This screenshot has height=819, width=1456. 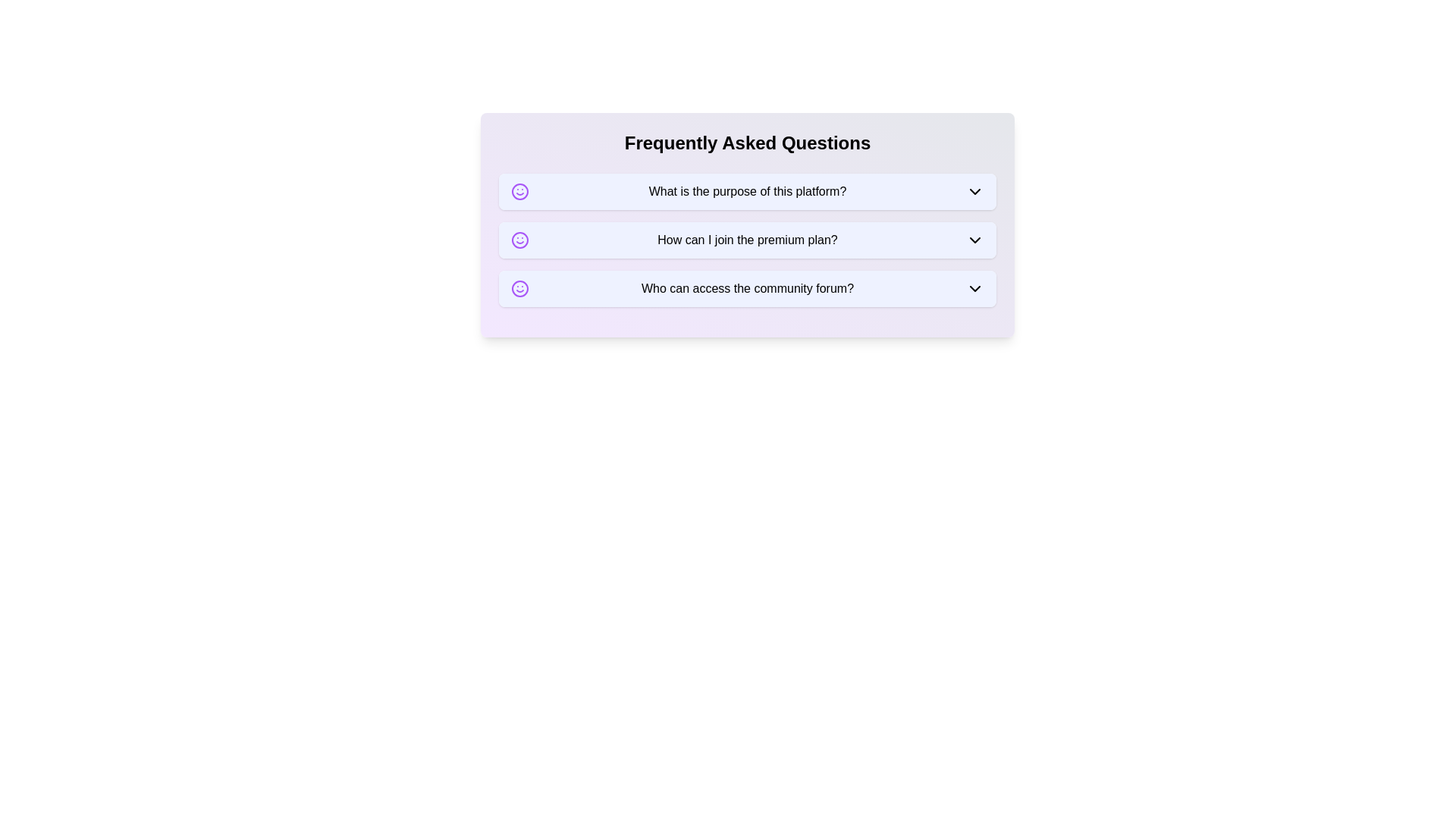 What do you see at coordinates (520, 239) in the screenshot?
I see `the decorative icon in the FAQ section related to the question 'How can I join the premium plan?', which is located in the second row and aligned with the question's chevron icon` at bounding box center [520, 239].